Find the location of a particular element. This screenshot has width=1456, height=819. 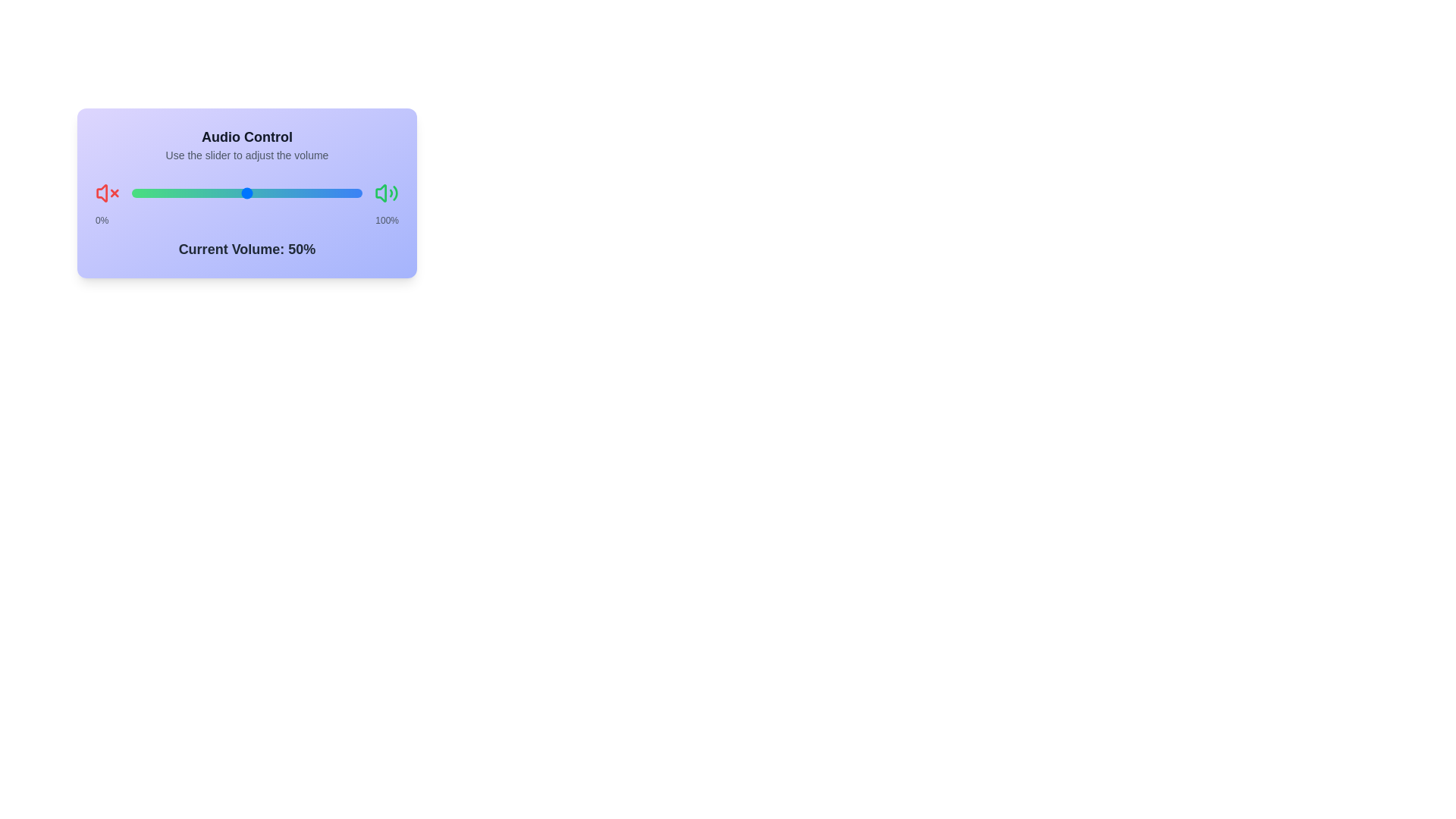

the slider to set the volume to 44% is located at coordinates (131, 192).